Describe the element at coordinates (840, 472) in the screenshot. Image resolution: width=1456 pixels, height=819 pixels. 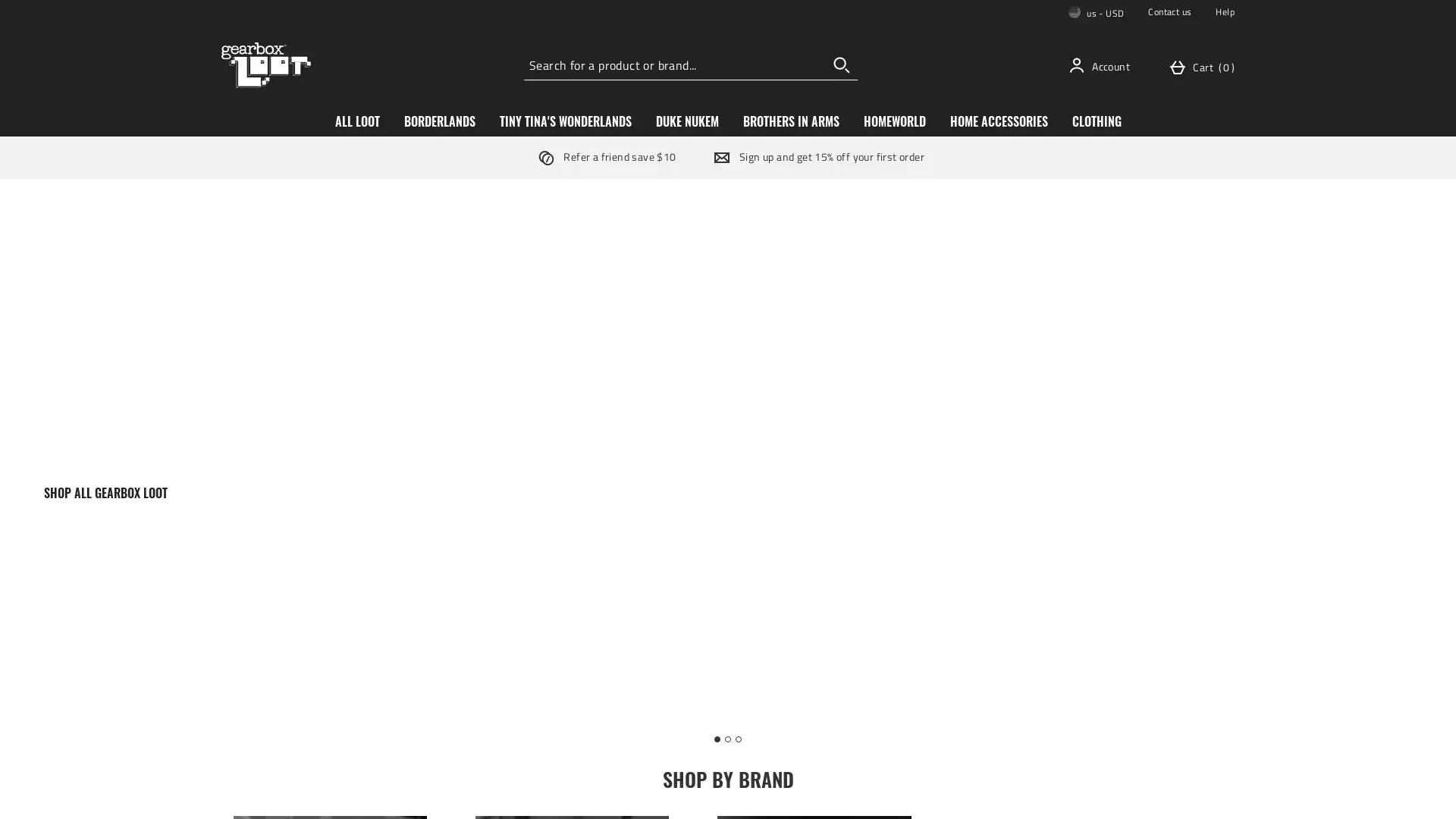
I see `SIGN UP` at that location.